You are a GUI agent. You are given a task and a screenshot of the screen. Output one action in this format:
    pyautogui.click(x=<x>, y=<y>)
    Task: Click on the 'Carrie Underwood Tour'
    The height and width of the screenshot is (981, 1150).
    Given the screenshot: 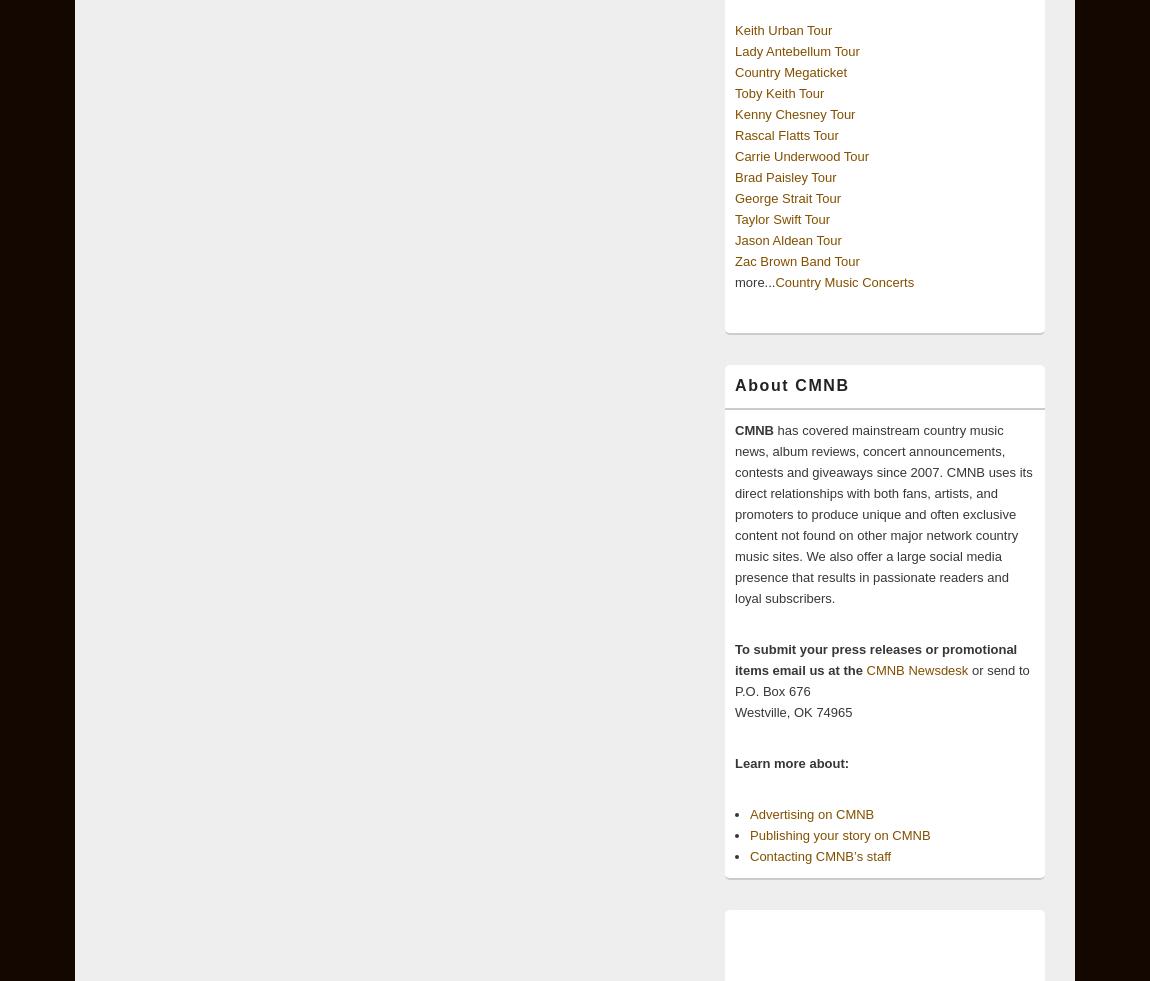 What is the action you would take?
    pyautogui.click(x=801, y=155)
    